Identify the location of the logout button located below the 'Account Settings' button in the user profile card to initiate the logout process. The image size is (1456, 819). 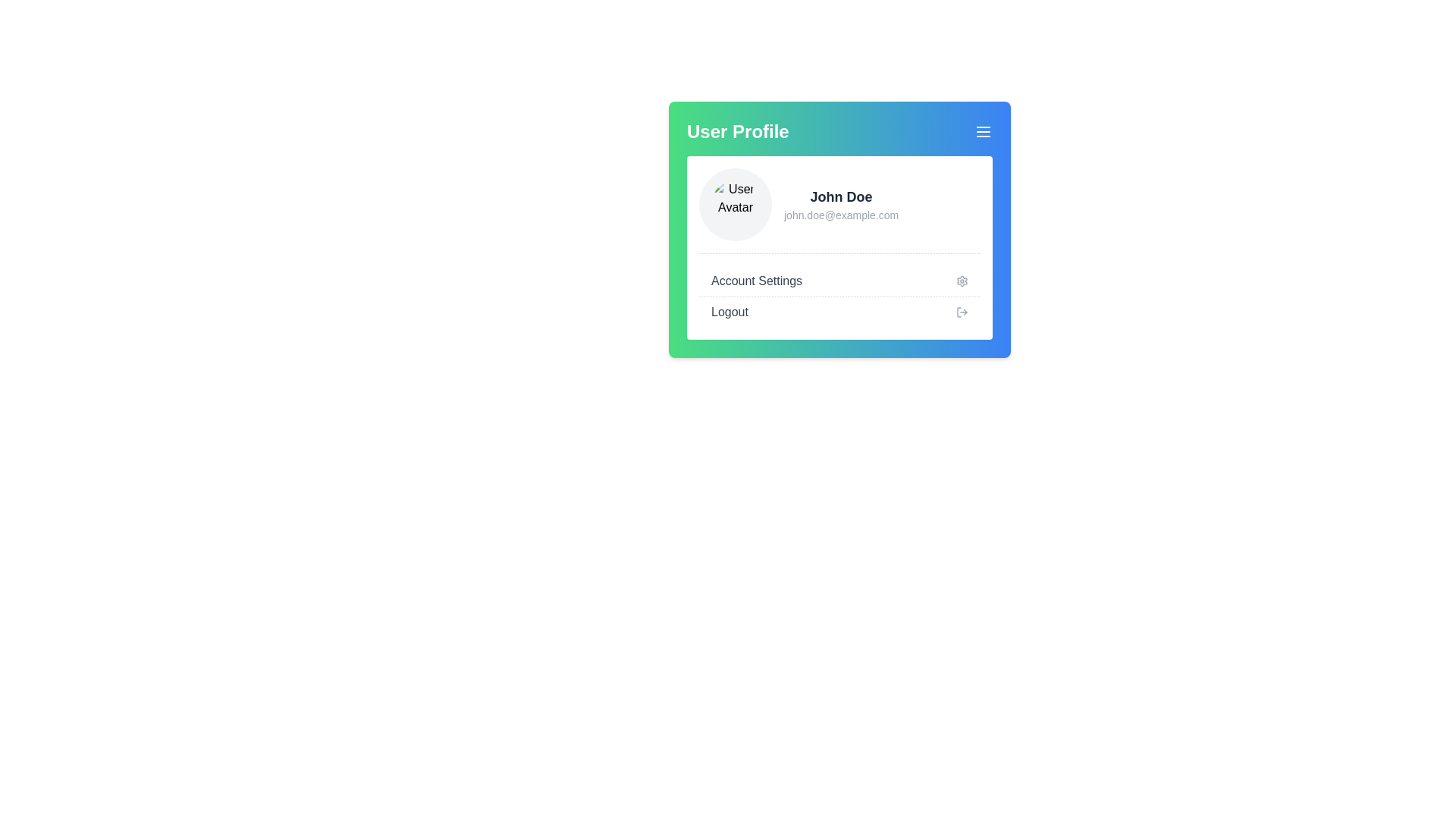
(839, 312).